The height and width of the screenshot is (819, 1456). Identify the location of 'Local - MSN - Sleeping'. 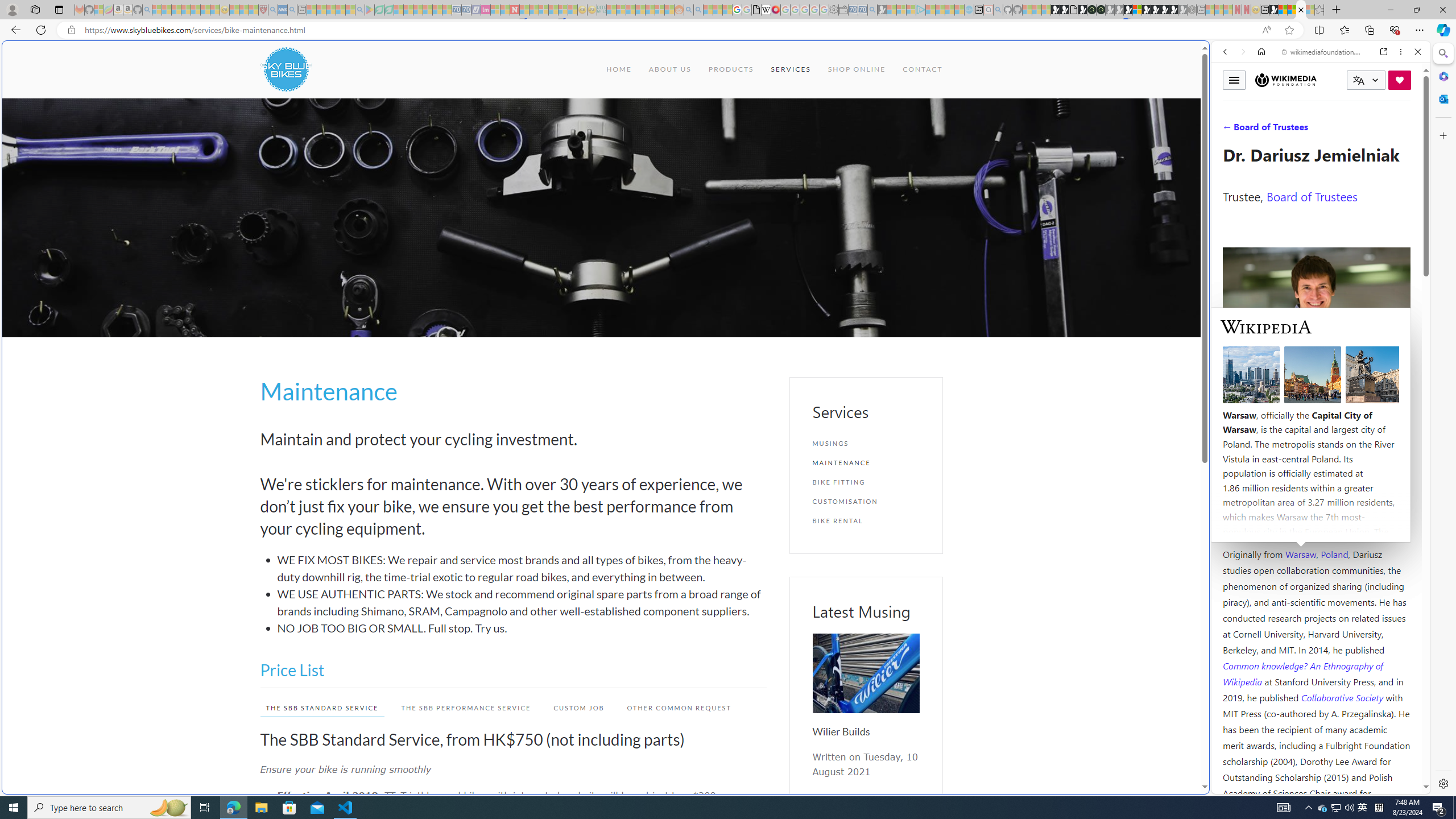
(253, 9).